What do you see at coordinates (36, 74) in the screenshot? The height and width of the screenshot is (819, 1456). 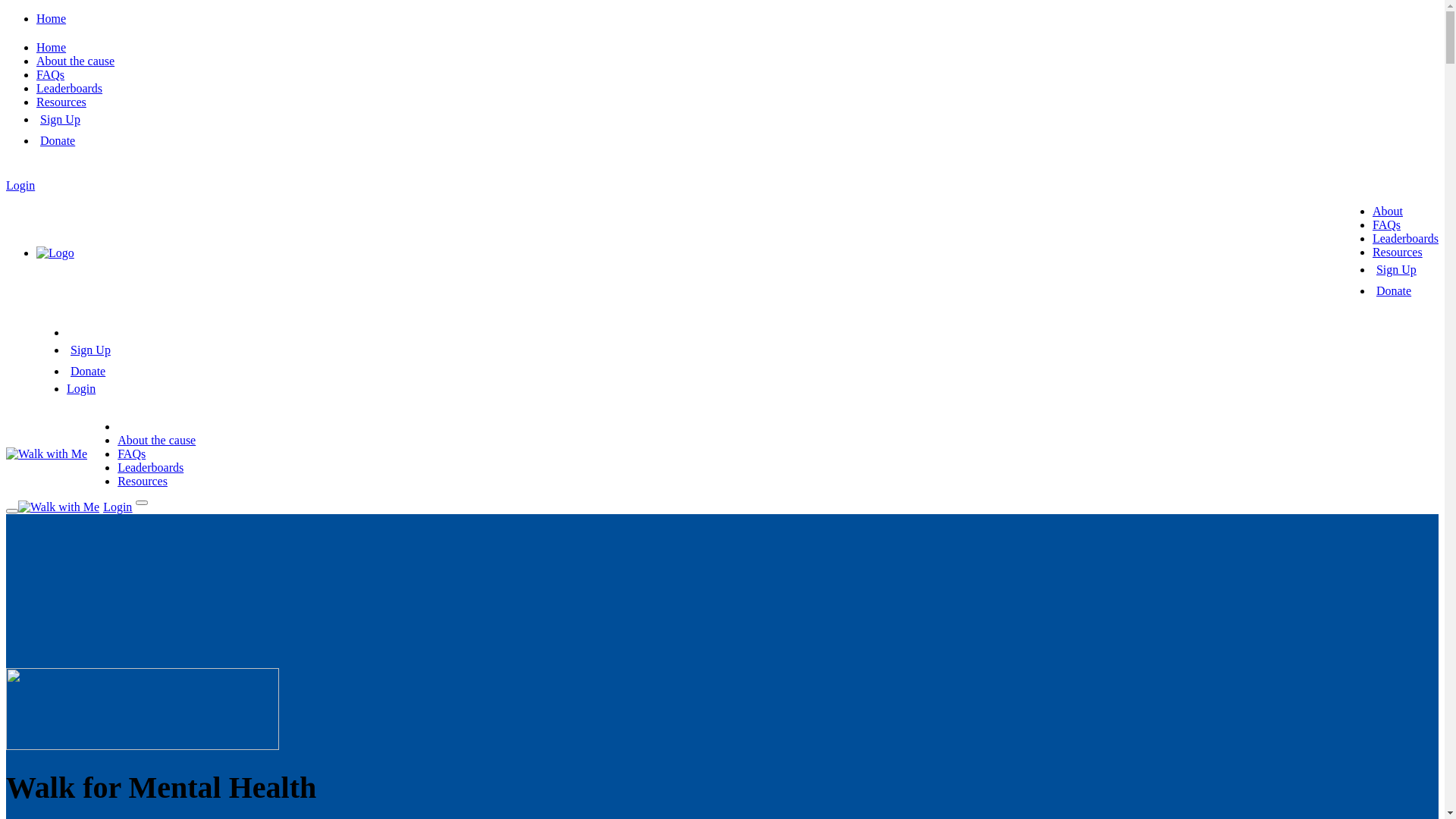 I see `'FAQs'` at bounding box center [36, 74].